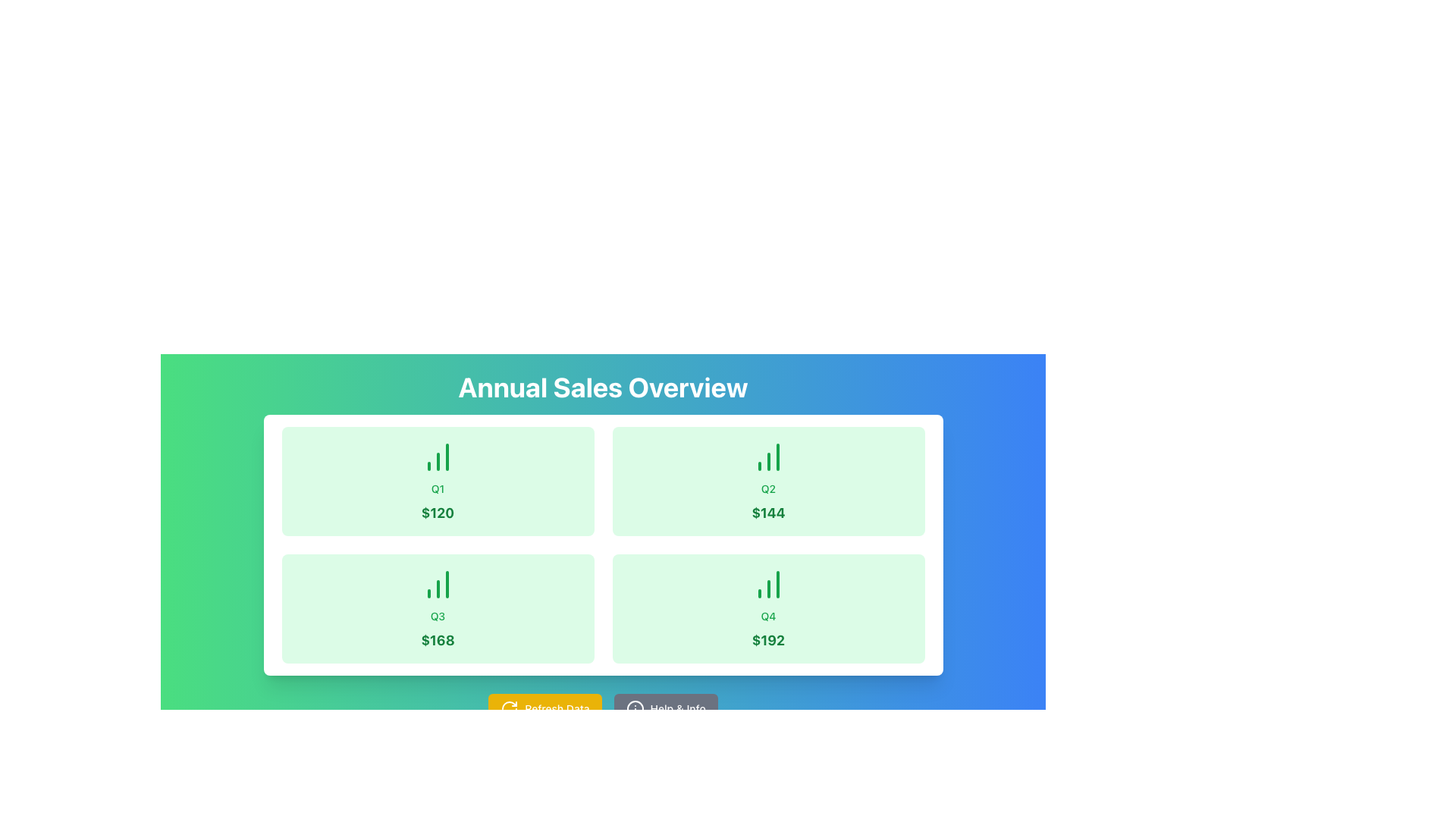  What do you see at coordinates (510, 708) in the screenshot?
I see `the circular arrow icon of the 'Refresh Data' button, which is styled with a thin stroke and has a vivid yellow background, located at the bottom-left area of the interface` at bounding box center [510, 708].